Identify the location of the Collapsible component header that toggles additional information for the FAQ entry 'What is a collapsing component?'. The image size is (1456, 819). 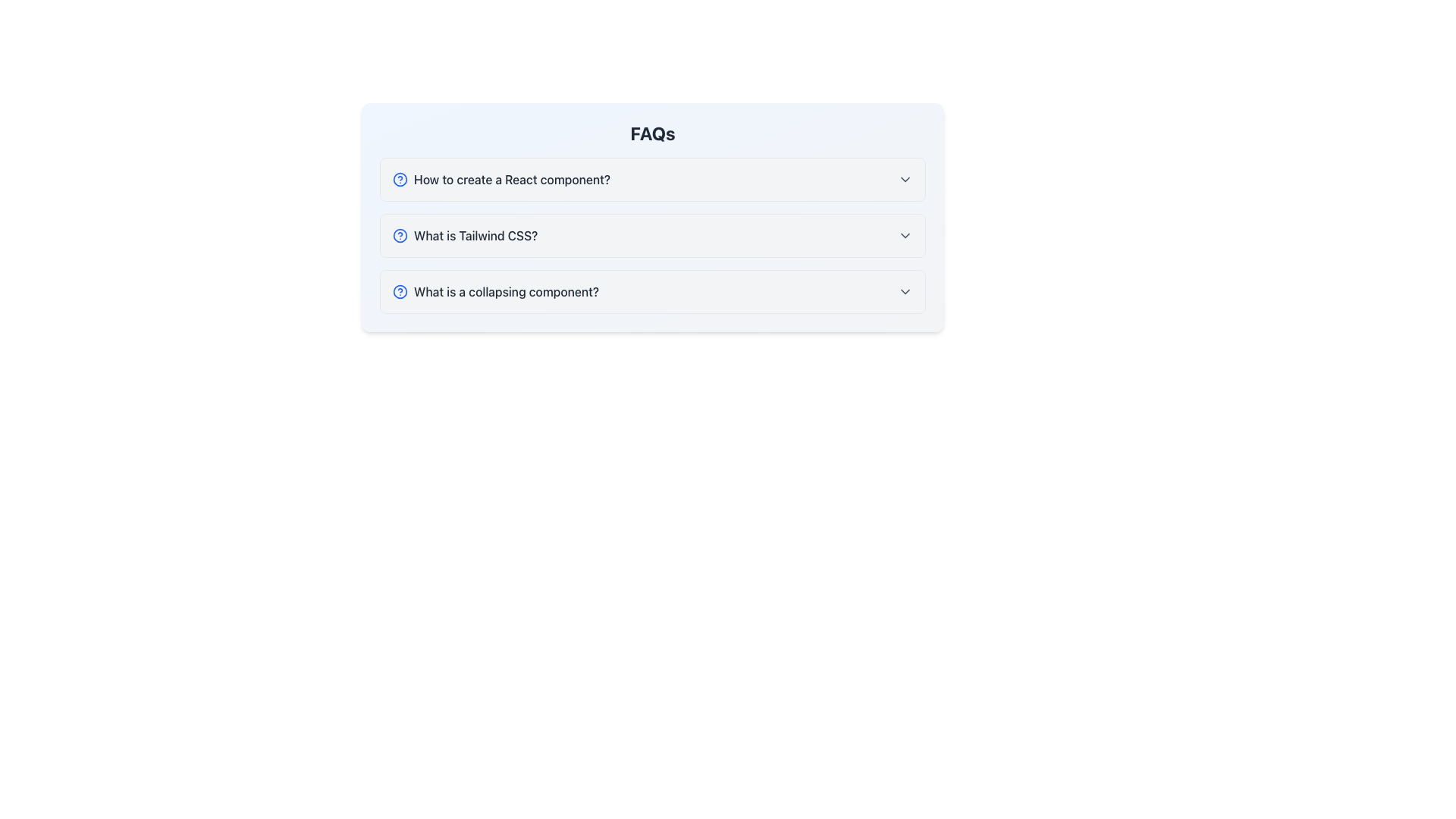
(652, 292).